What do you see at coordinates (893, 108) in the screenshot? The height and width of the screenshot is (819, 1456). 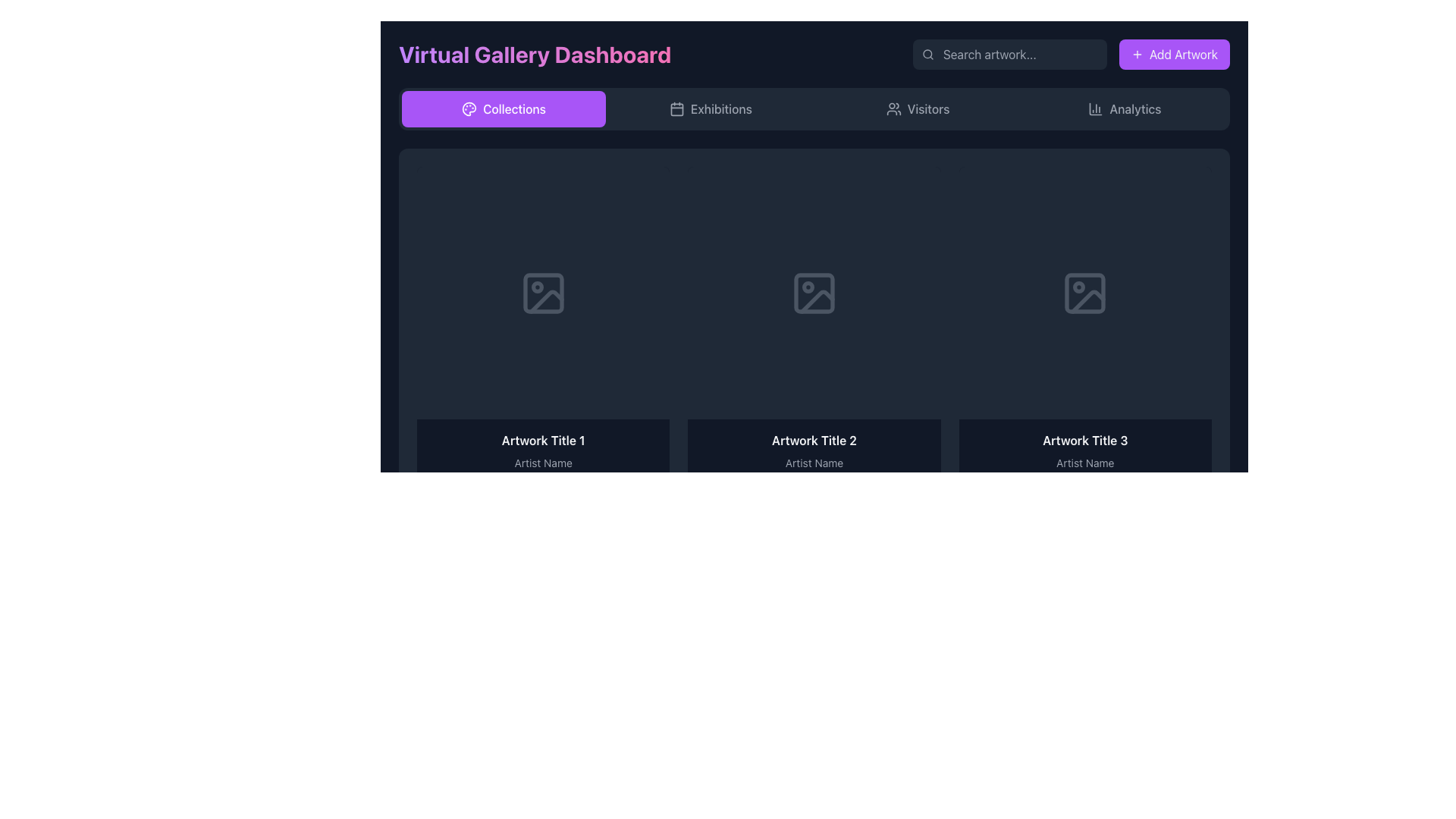 I see `the icon located in the 'Visitors' tab group on the top navigation bar` at bounding box center [893, 108].